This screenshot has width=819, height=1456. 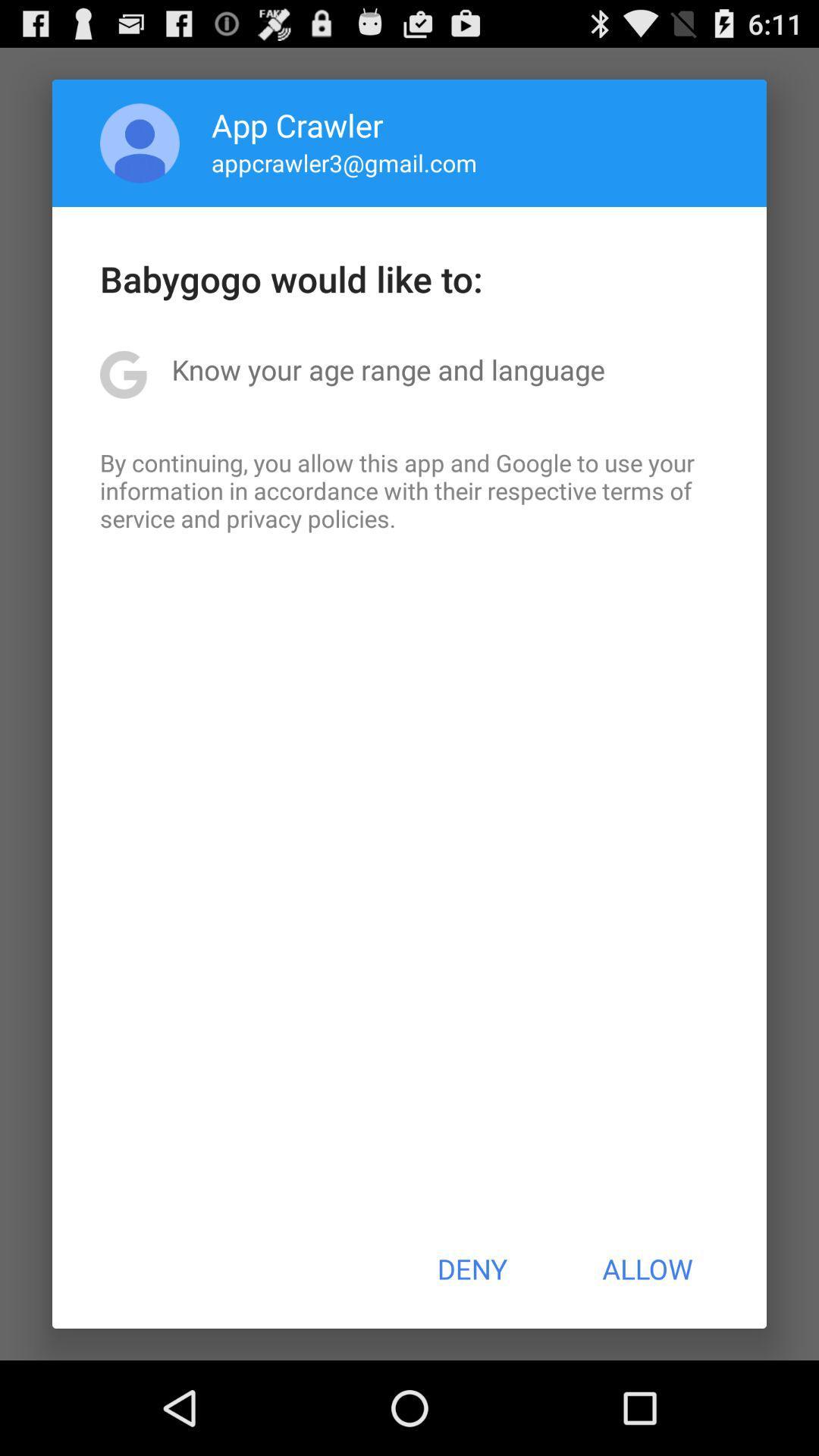 What do you see at coordinates (297, 124) in the screenshot?
I see `app crawler` at bounding box center [297, 124].